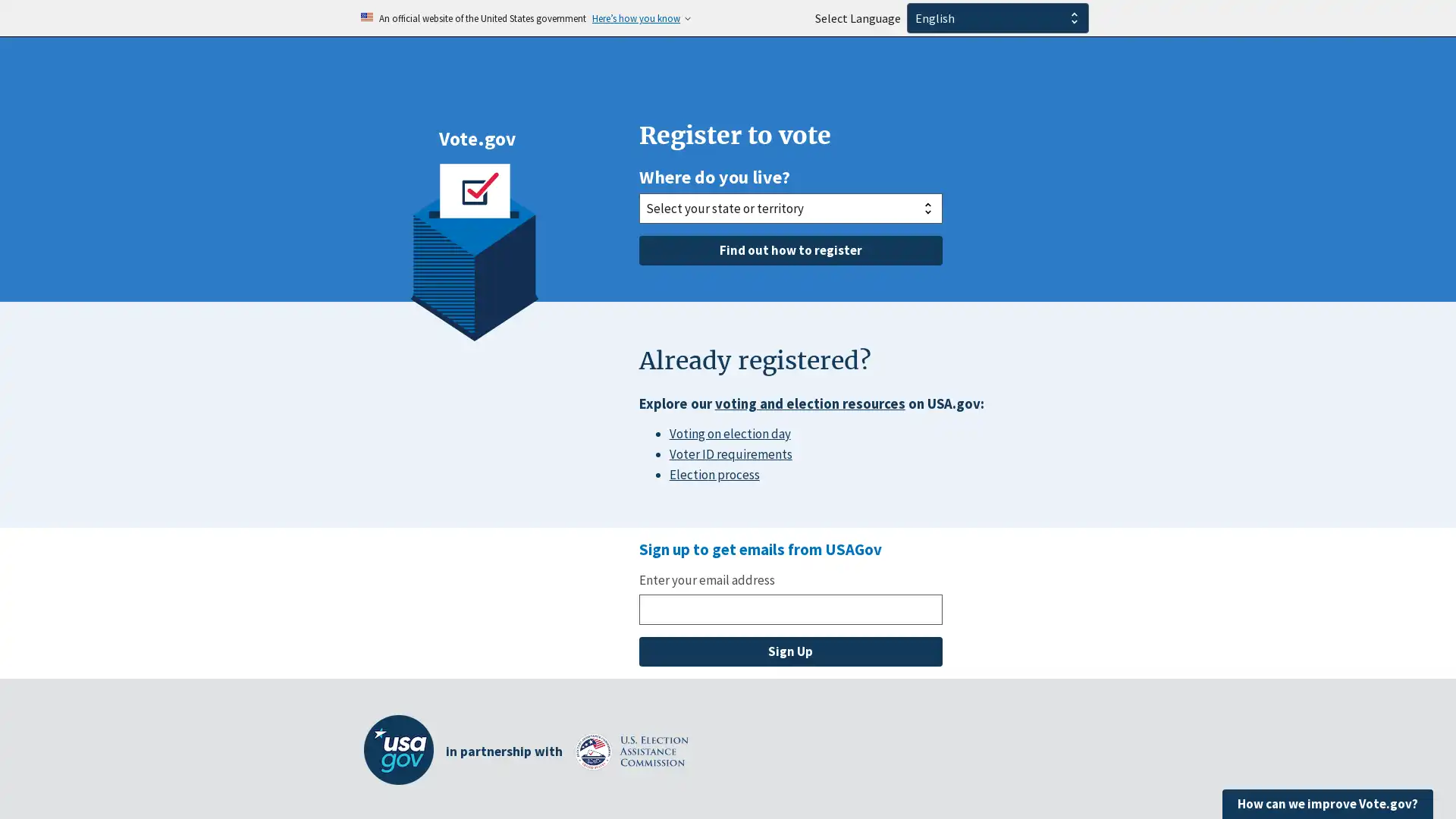  What do you see at coordinates (789, 249) in the screenshot?
I see `Find out how to register` at bounding box center [789, 249].